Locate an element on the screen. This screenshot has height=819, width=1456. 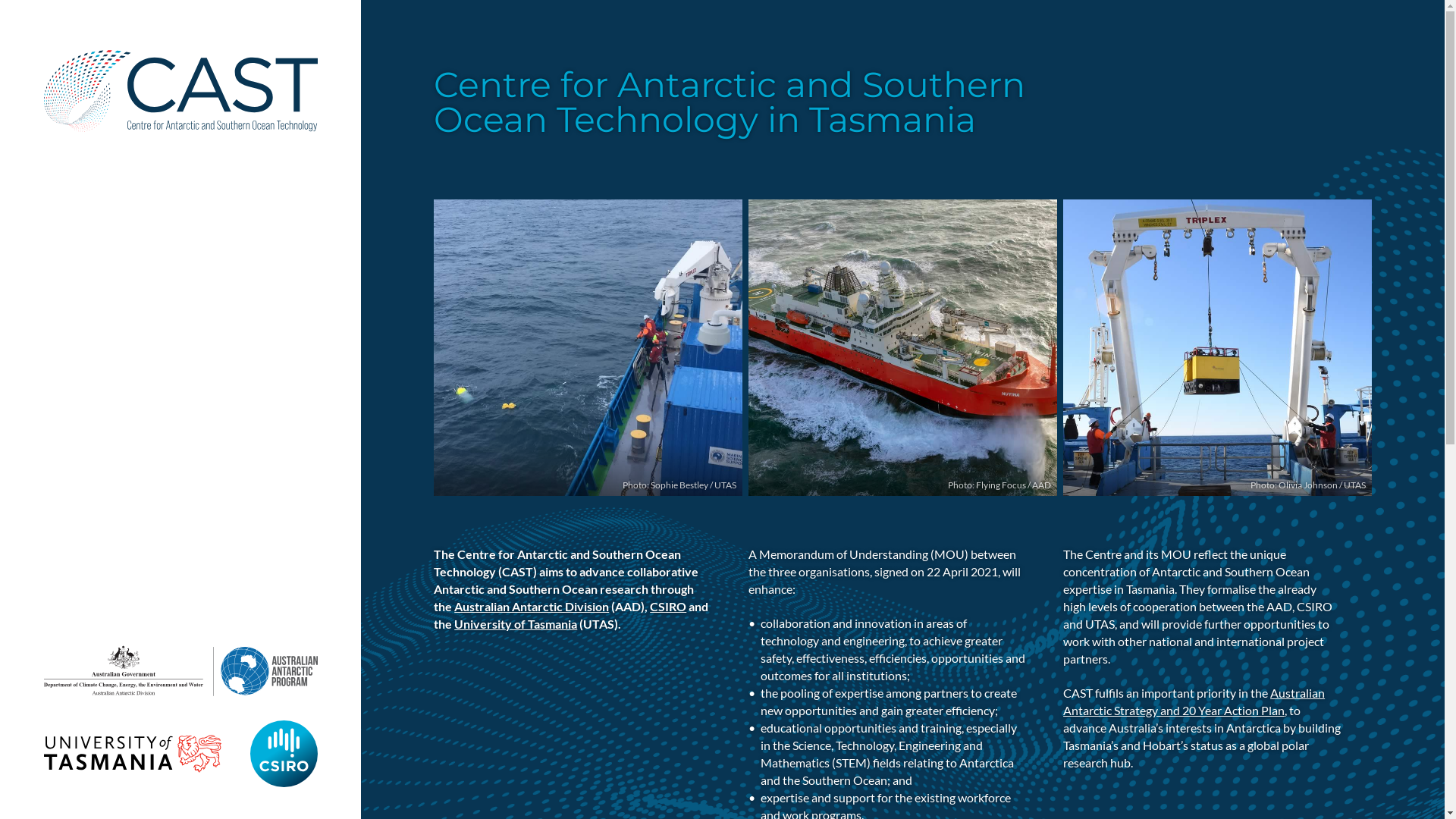
'Australian Antarctic Strategy and 20 Year Action Plan' is located at coordinates (1062, 701).